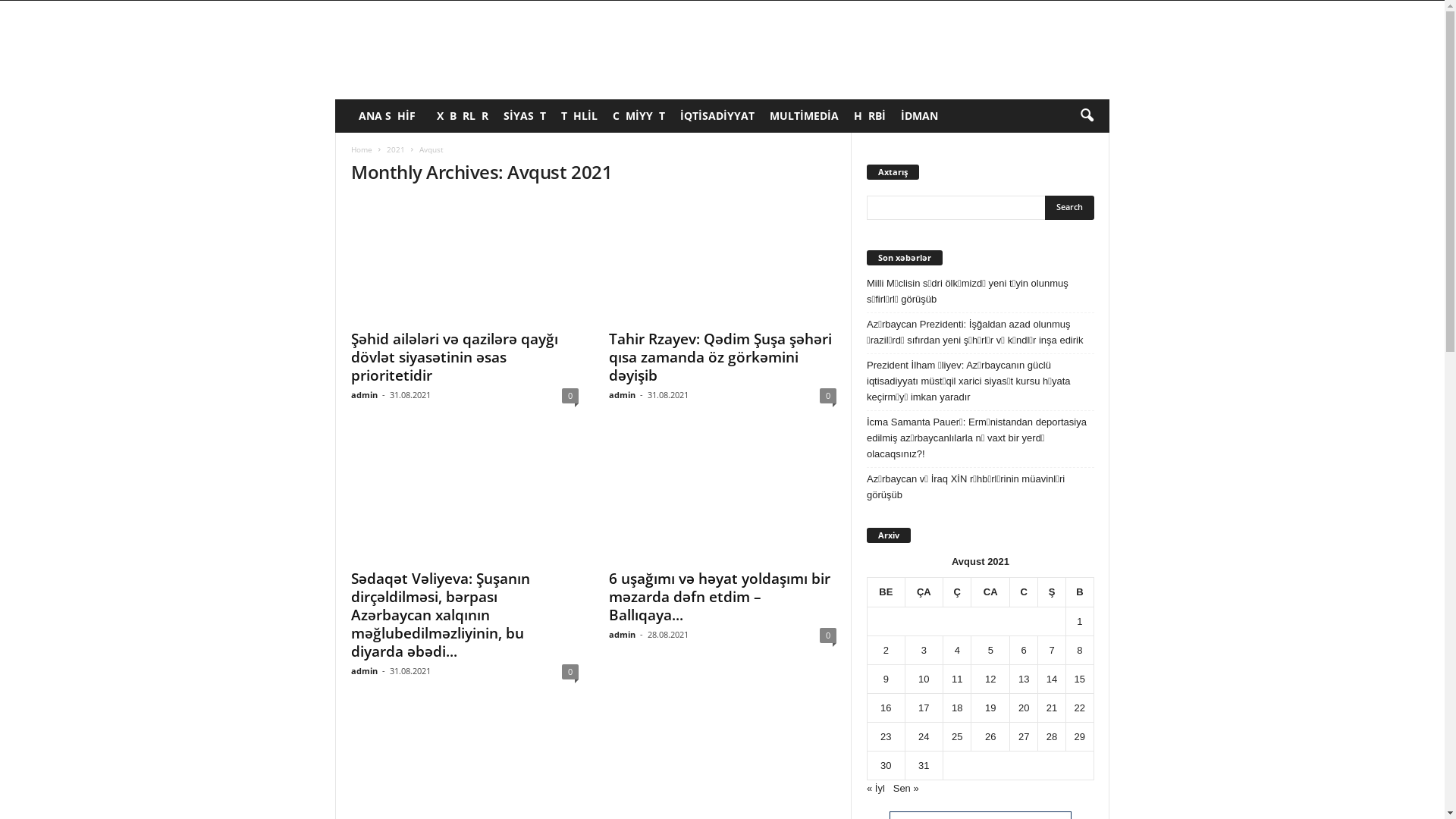 The width and height of the screenshot is (1456, 819). What do you see at coordinates (956, 649) in the screenshot?
I see `'4'` at bounding box center [956, 649].